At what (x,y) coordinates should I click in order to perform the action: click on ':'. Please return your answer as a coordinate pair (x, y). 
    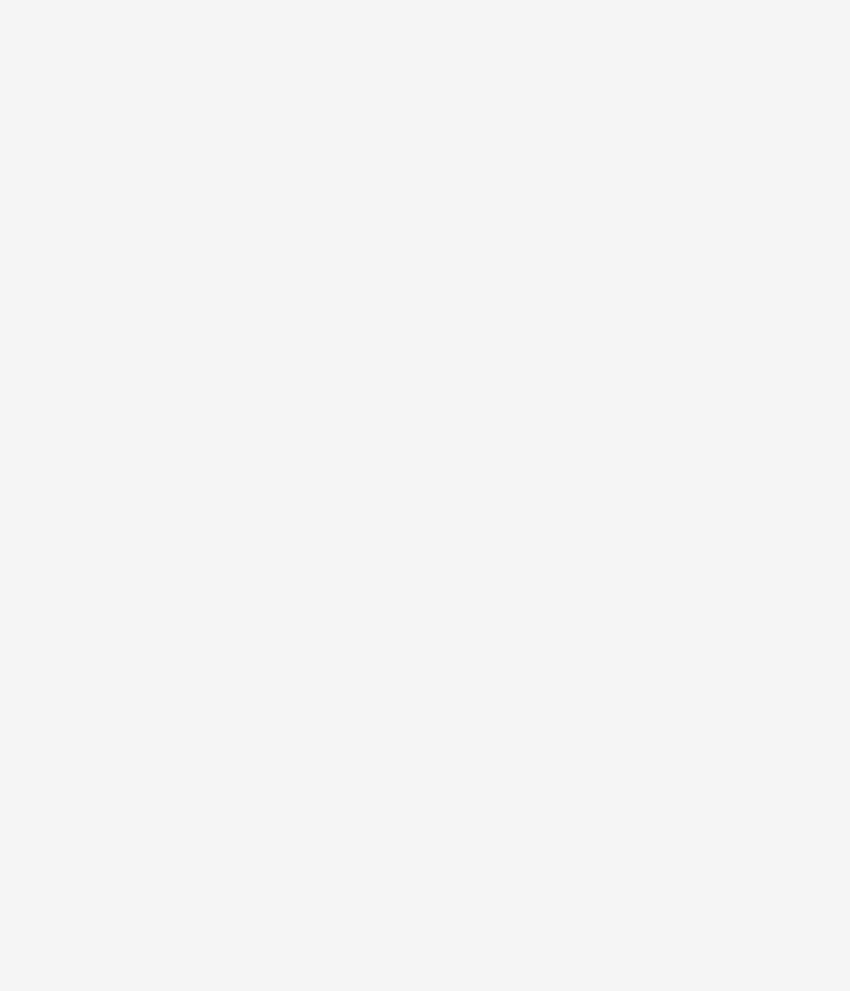
    Looking at the image, I should click on (170, 522).